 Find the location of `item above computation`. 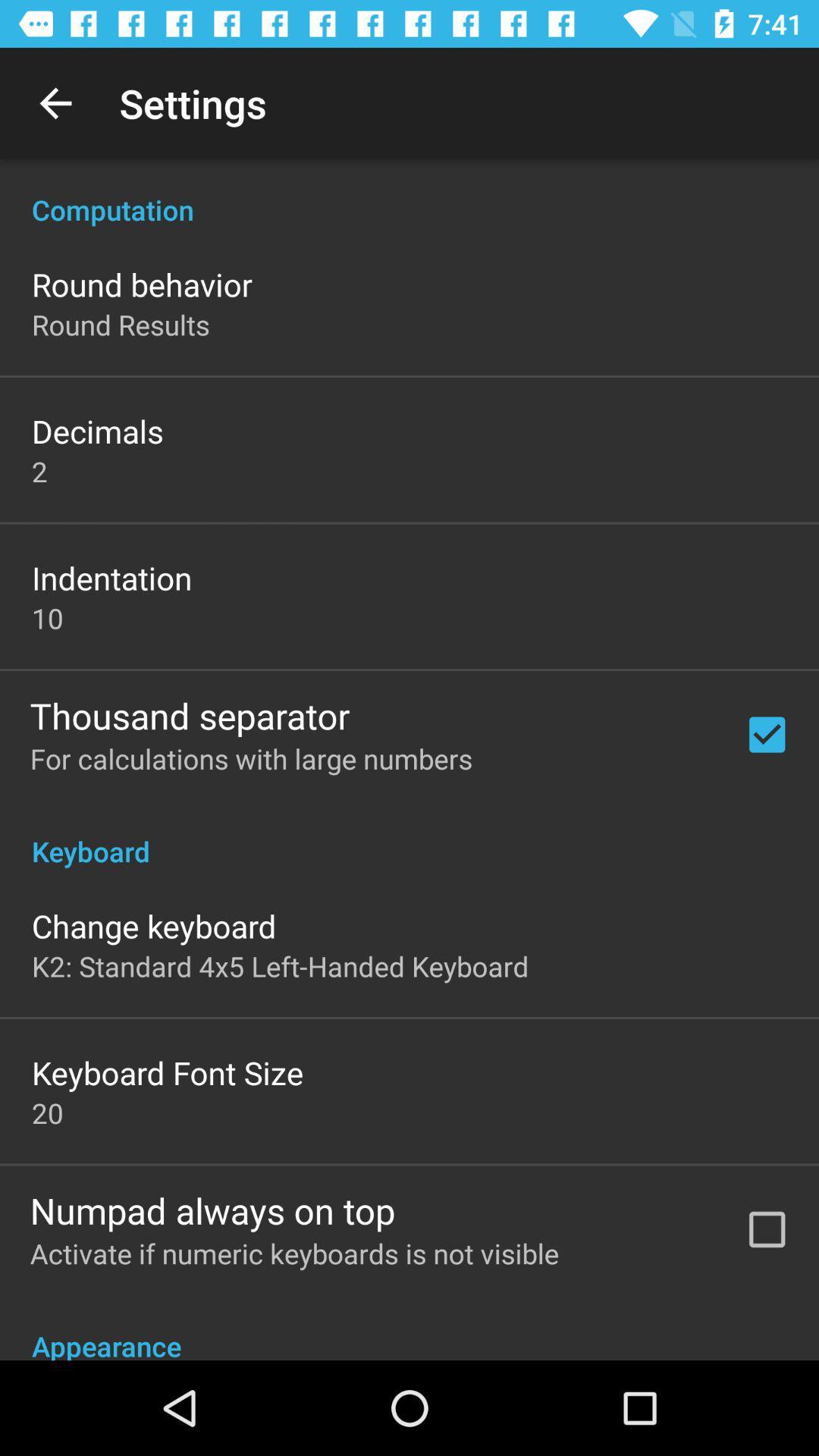

item above computation is located at coordinates (55, 102).